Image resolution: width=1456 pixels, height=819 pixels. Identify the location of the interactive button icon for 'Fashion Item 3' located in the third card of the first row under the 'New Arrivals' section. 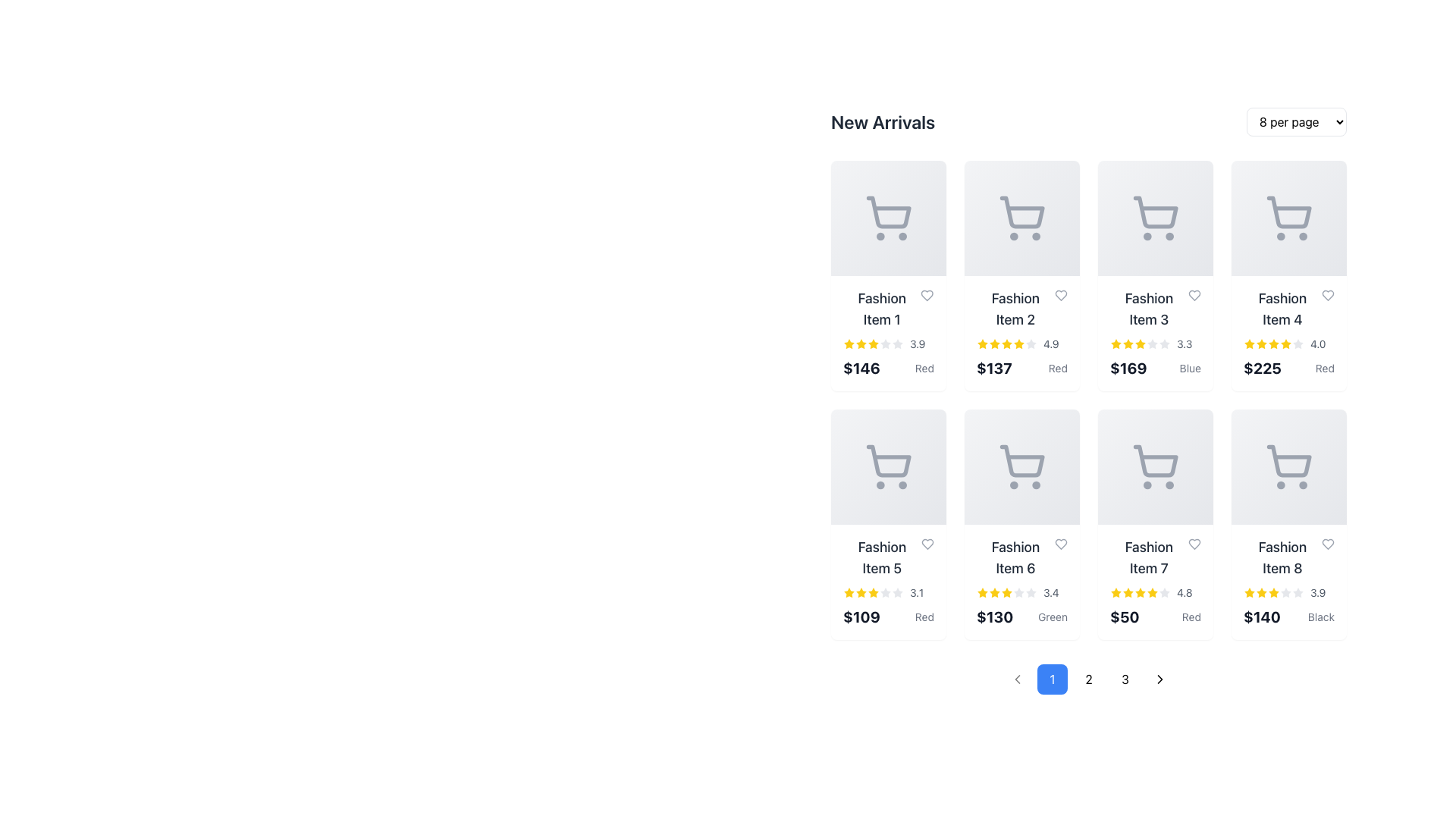
(1154, 218).